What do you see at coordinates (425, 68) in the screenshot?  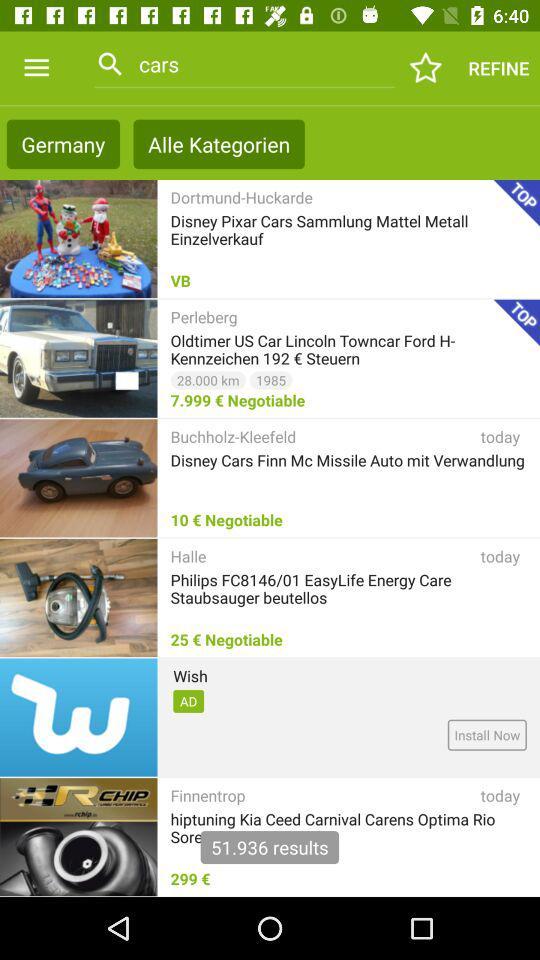 I see `item next to the cars` at bounding box center [425, 68].